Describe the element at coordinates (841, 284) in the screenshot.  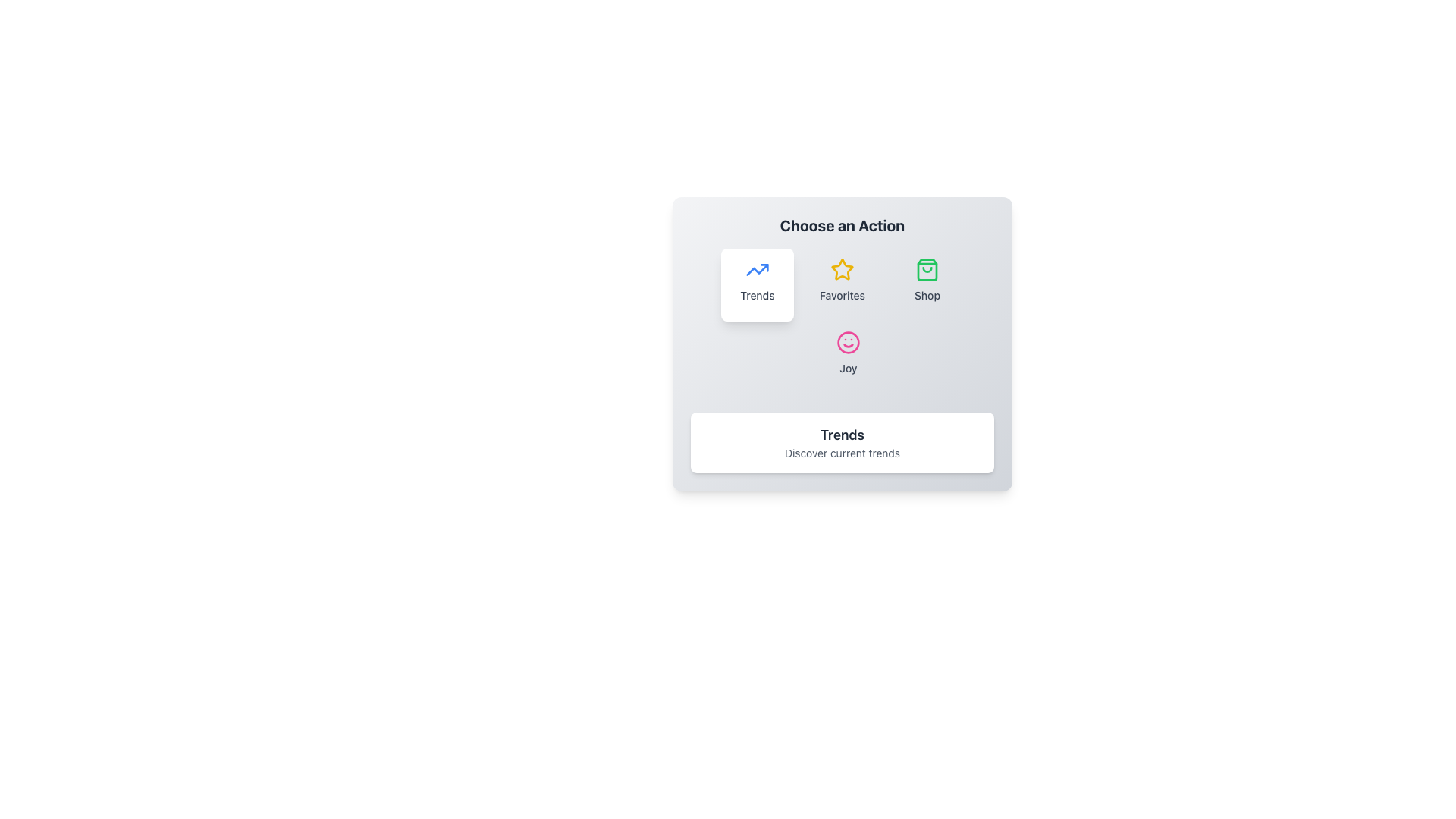
I see `the 'Favorites' button, which is the second button from the left in a row of four buttons` at that location.